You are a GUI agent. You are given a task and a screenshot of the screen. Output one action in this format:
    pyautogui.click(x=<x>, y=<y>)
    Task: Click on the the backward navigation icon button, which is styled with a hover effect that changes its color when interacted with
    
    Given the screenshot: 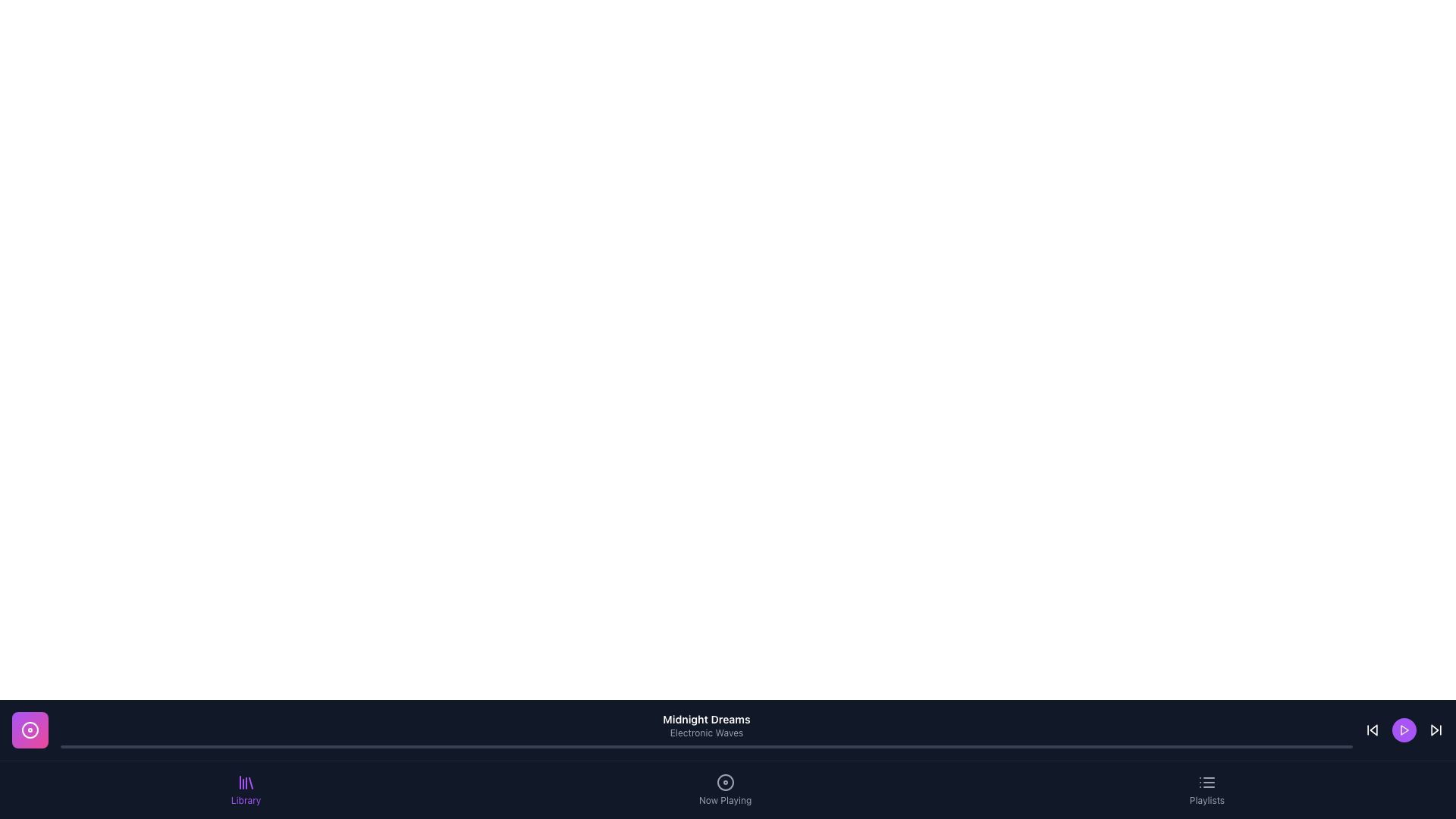 What is the action you would take?
    pyautogui.click(x=1372, y=730)
    